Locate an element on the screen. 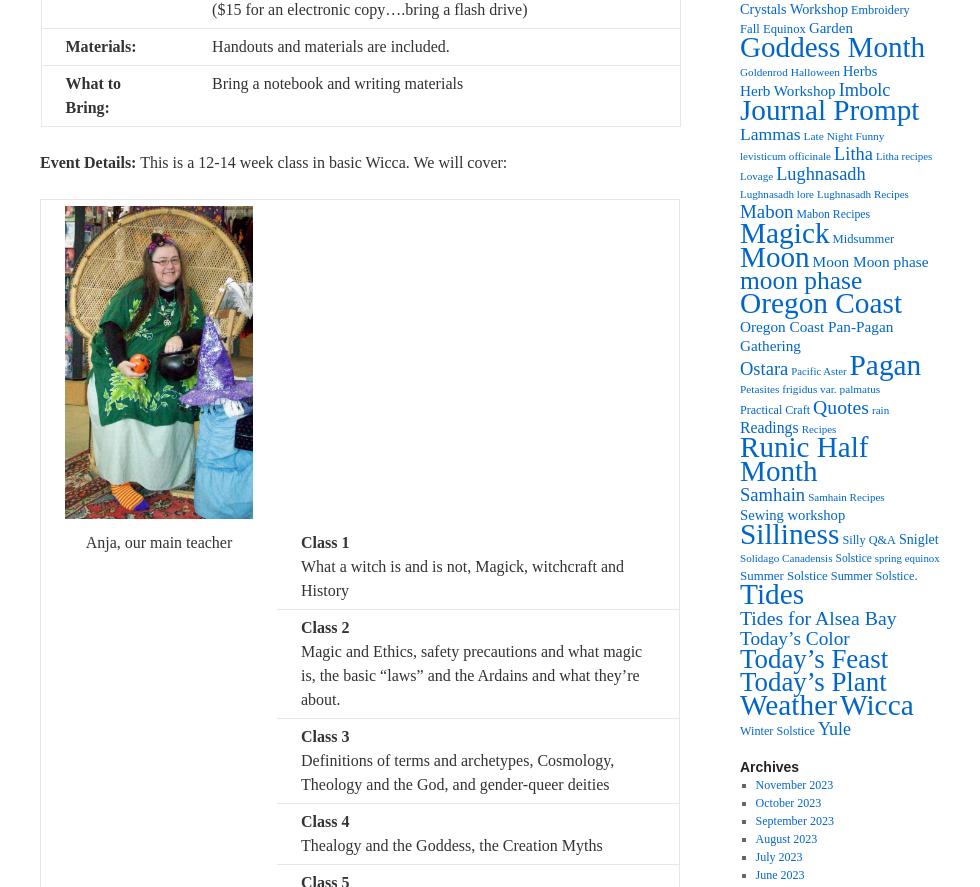 Image resolution: width=980 pixels, height=887 pixels. 'Class 2' is located at coordinates (300, 626).